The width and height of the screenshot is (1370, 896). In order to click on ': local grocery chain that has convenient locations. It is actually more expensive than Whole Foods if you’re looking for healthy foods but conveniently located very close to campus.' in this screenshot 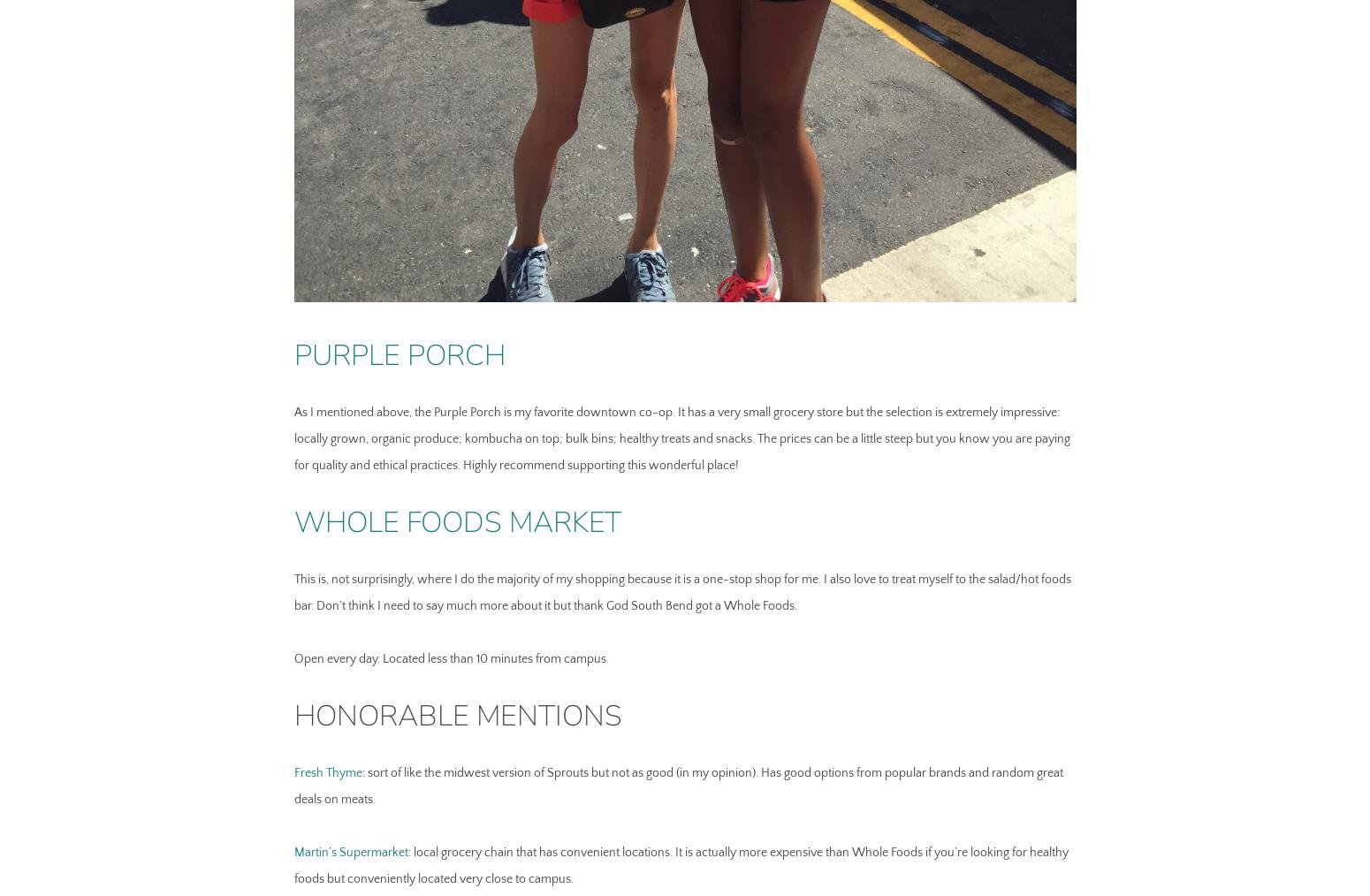, I will do `click(681, 866)`.